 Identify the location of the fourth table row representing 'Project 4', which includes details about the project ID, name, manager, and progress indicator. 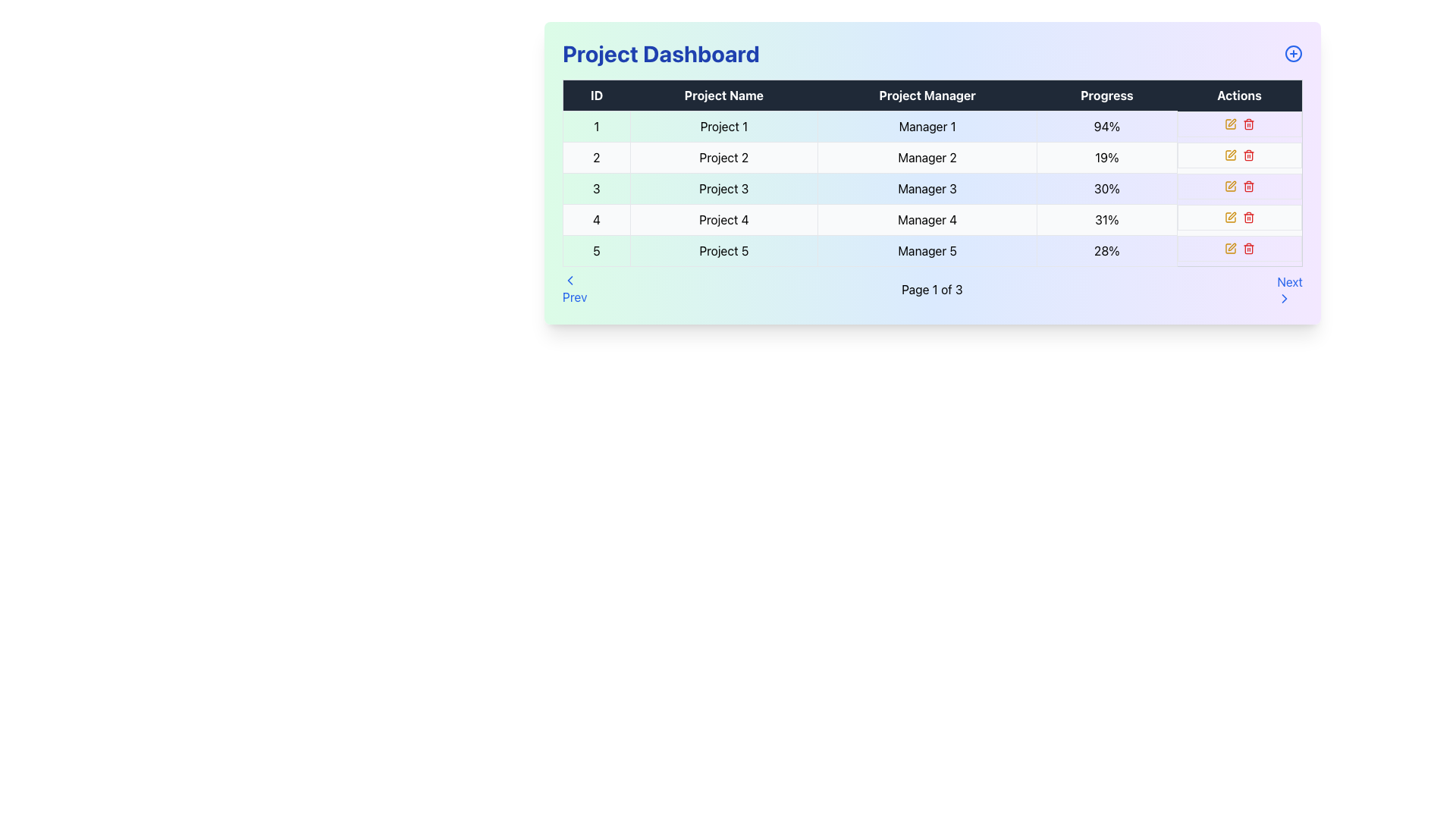
(931, 219).